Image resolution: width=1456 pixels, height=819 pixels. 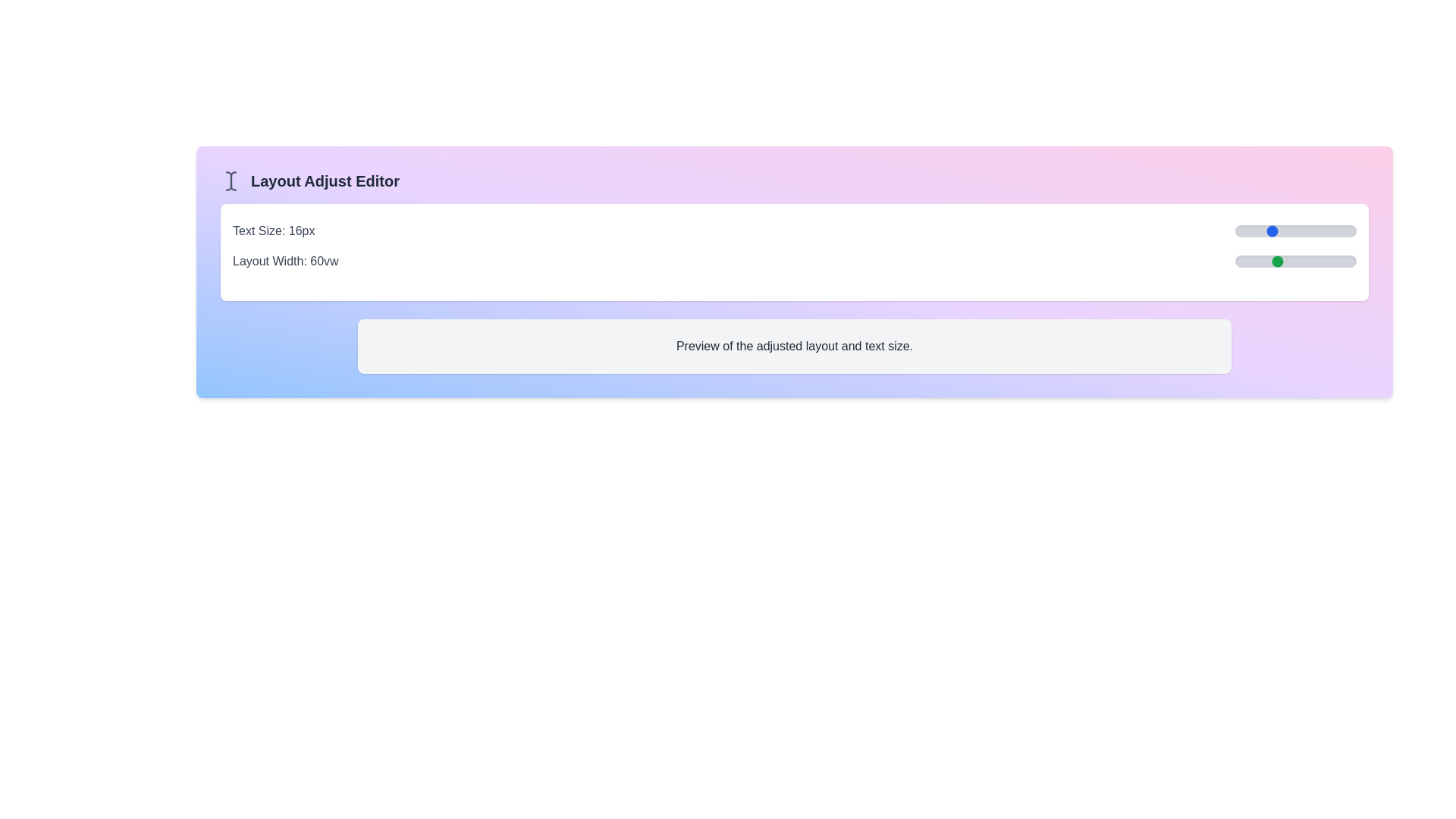 What do you see at coordinates (1346, 260) in the screenshot?
I see `the layout width` at bounding box center [1346, 260].